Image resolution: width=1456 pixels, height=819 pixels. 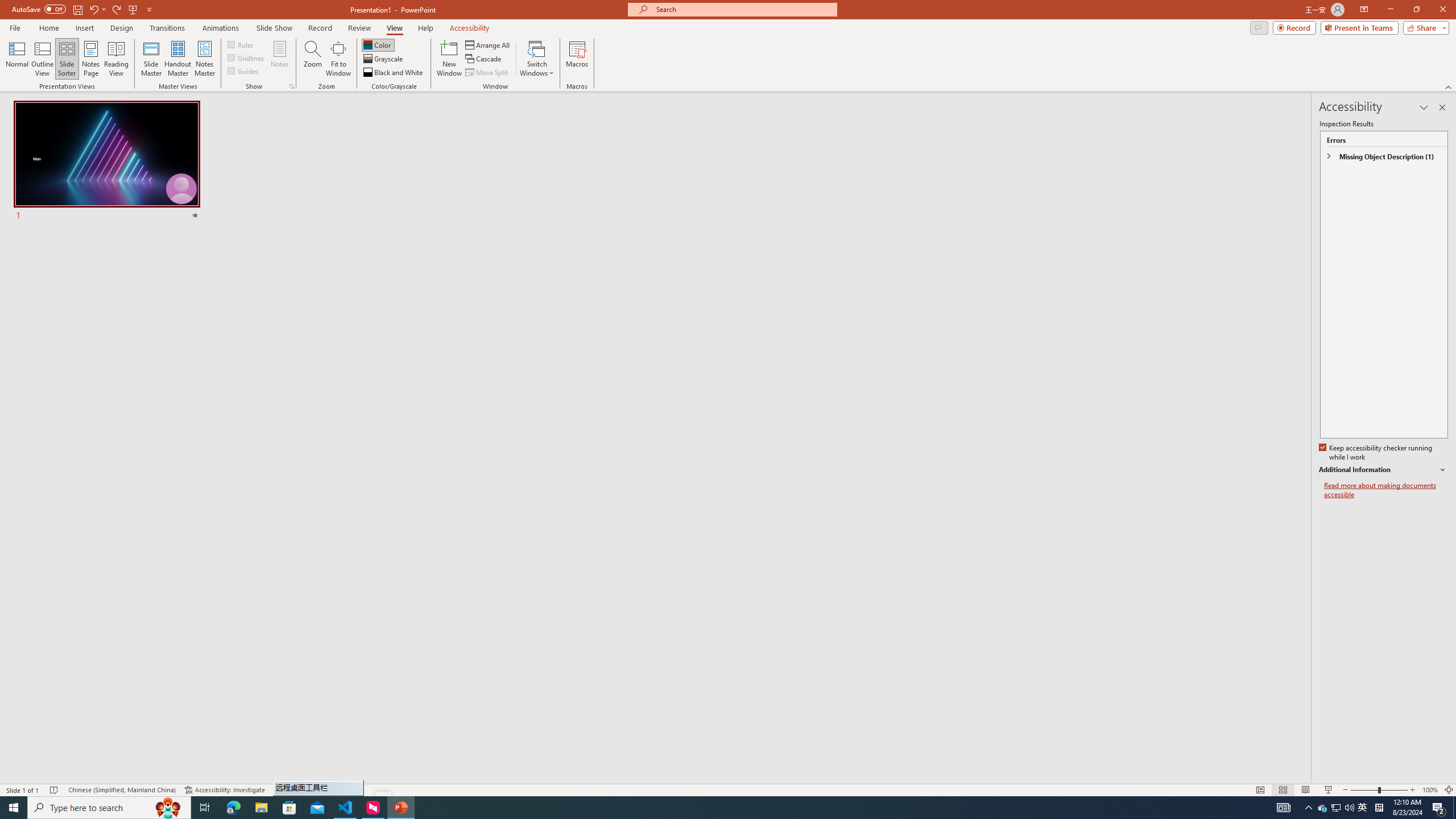 What do you see at coordinates (313, 59) in the screenshot?
I see `'Zoom...'` at bounding box center [313, 59].